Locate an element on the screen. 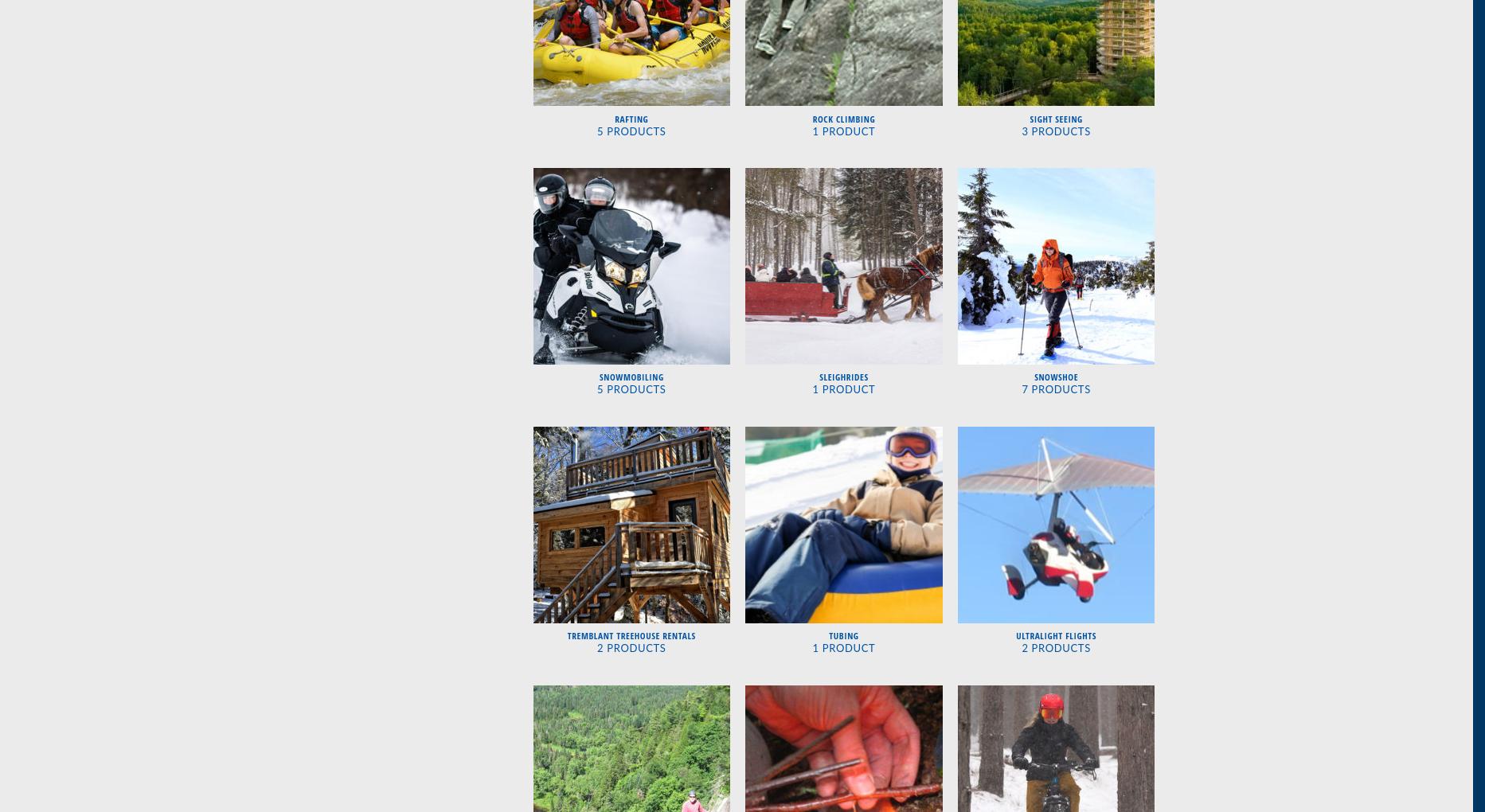 This screenshot has width=1485, height=812. 'Snowshoe' is located at coordinates (1055, 377).